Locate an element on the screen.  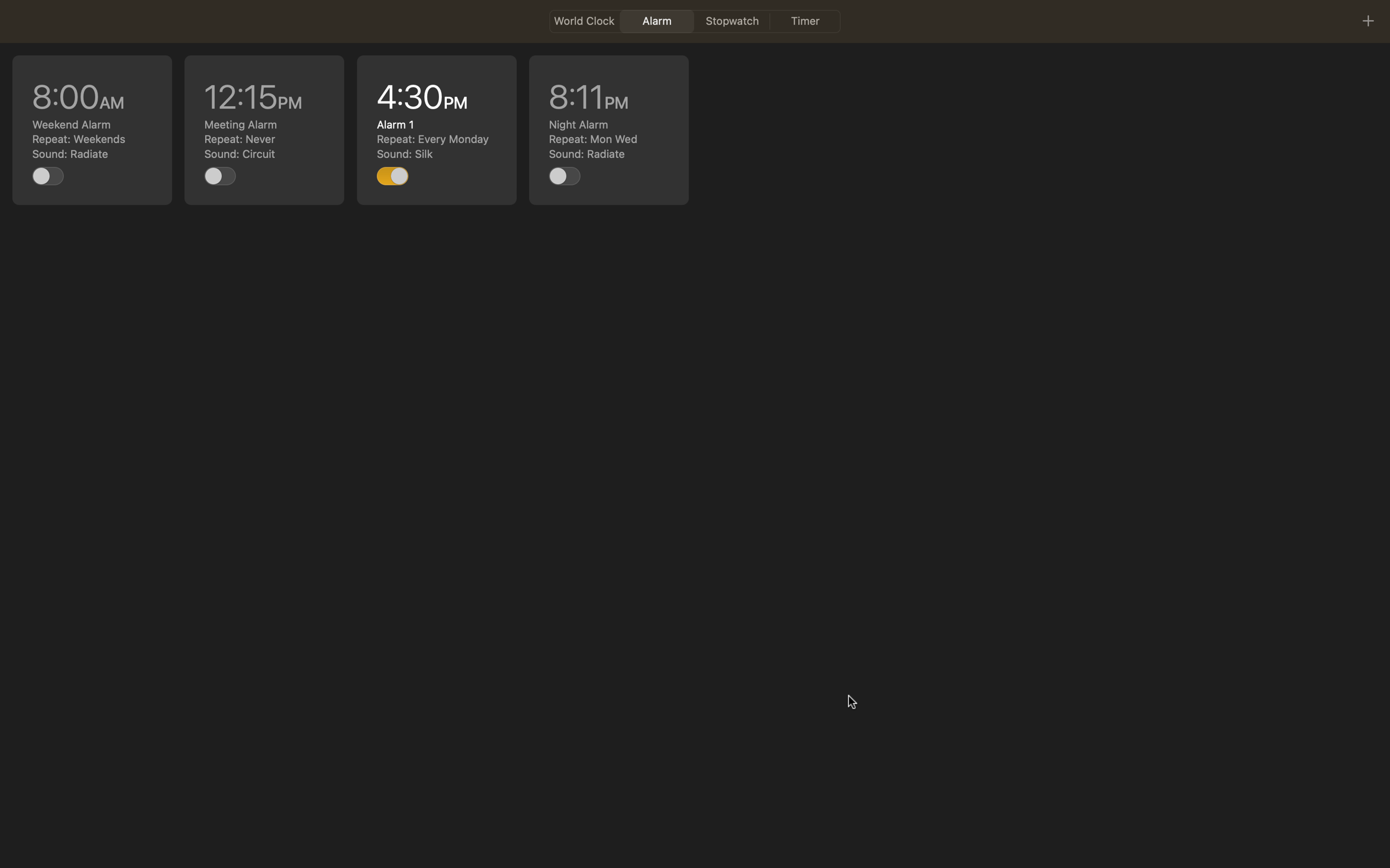
the event scheduled at 12pm is located at coordinates (264, 129).